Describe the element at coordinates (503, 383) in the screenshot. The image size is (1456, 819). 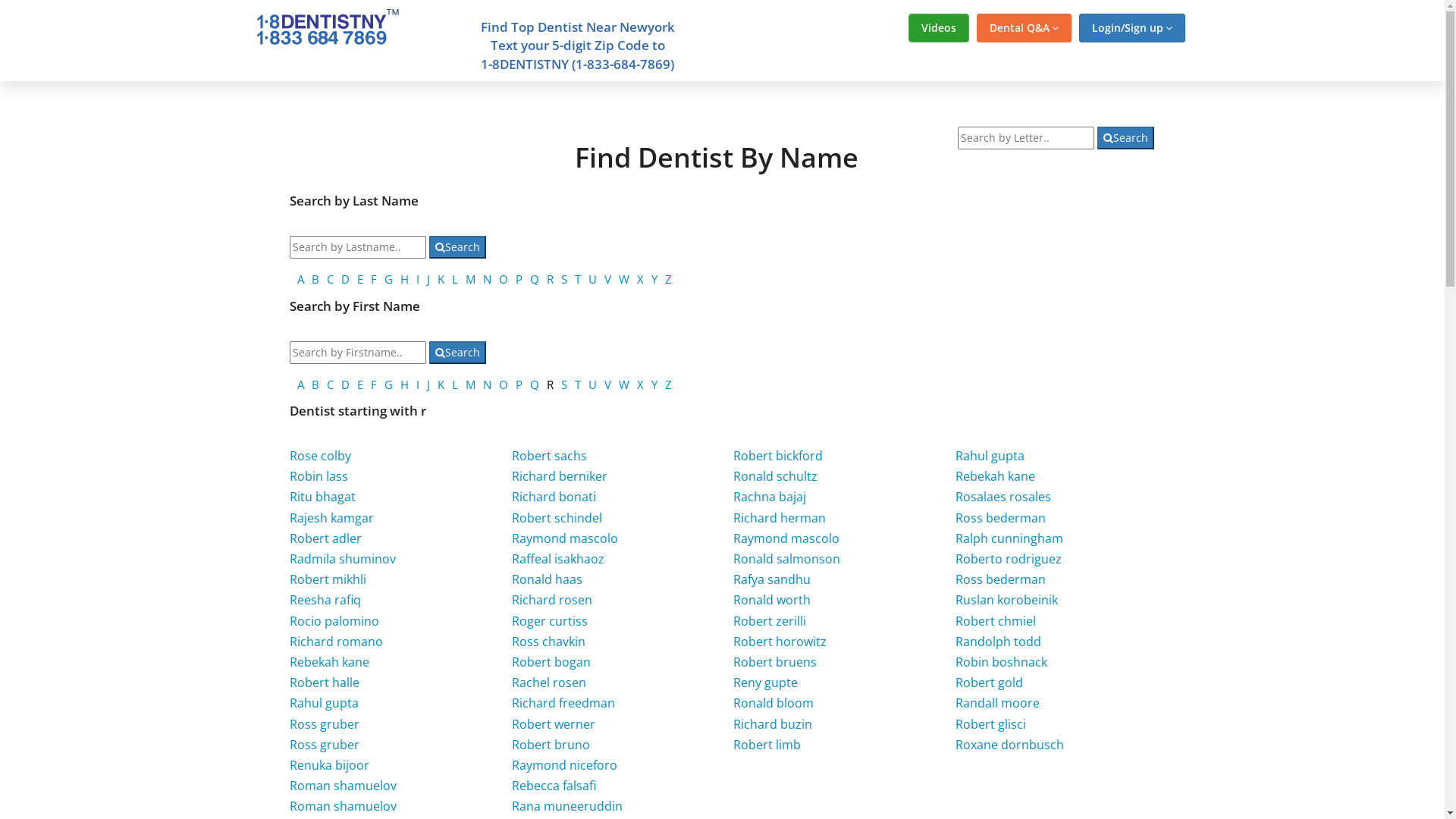
I see `'O'` at that location.